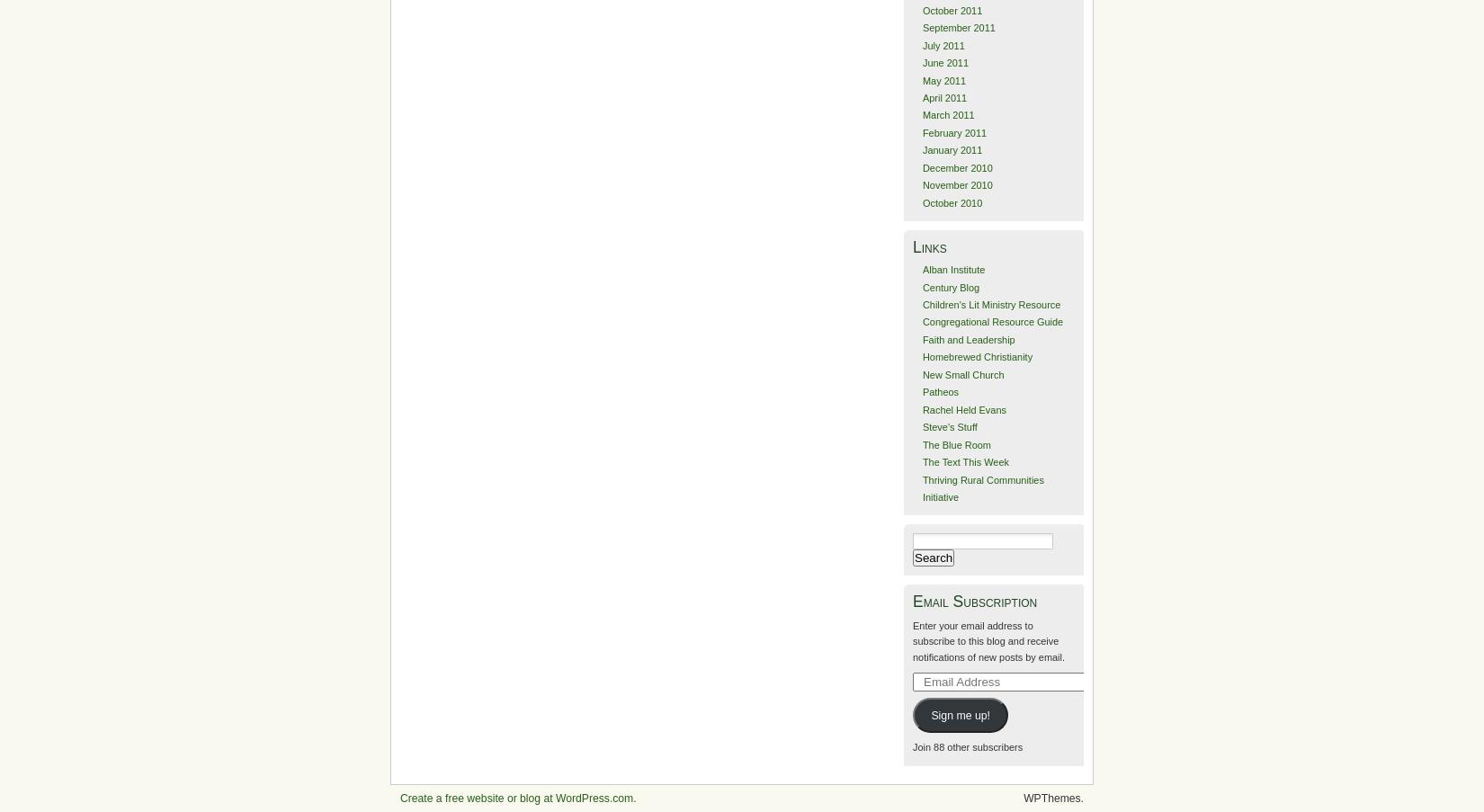  What do you see at coordinates (953, 131) in the screenshot?
I see `'February 2011'` at bounding box center [953, 131].